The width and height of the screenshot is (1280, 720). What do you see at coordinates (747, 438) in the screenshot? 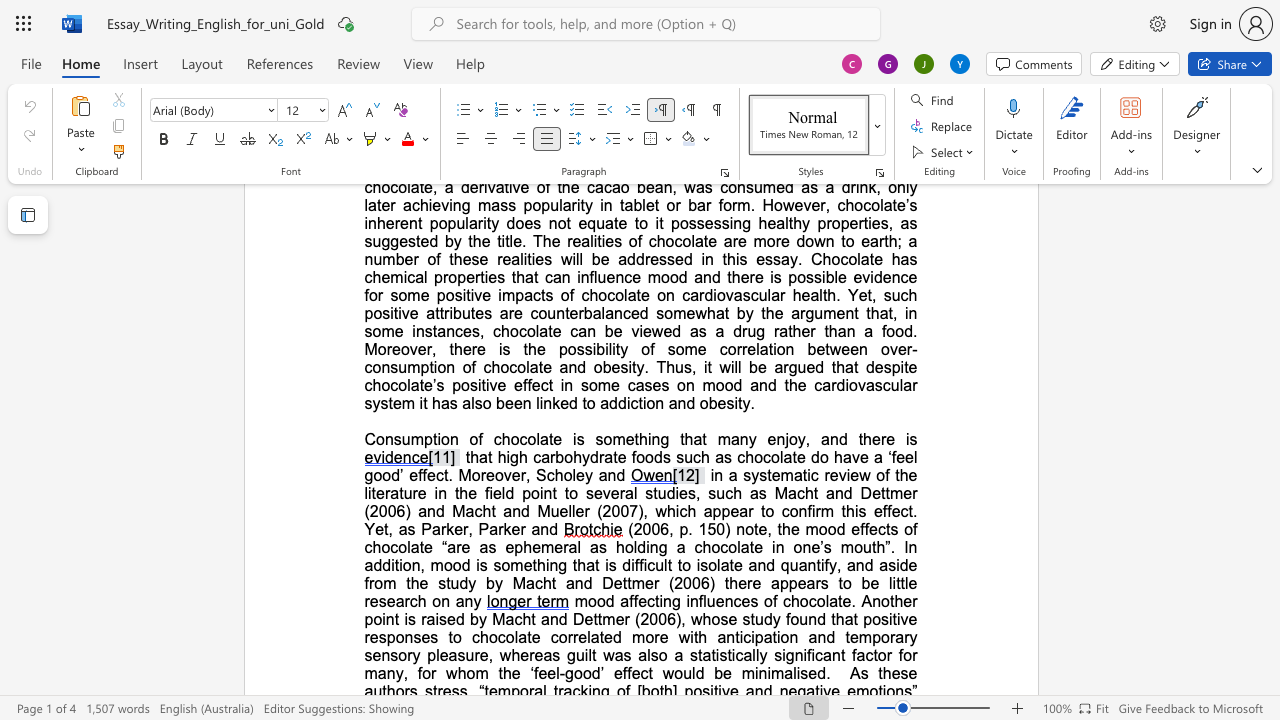
I see `the space between the continuous character "n" and "y" in the text` at bounding box center [747, 438].